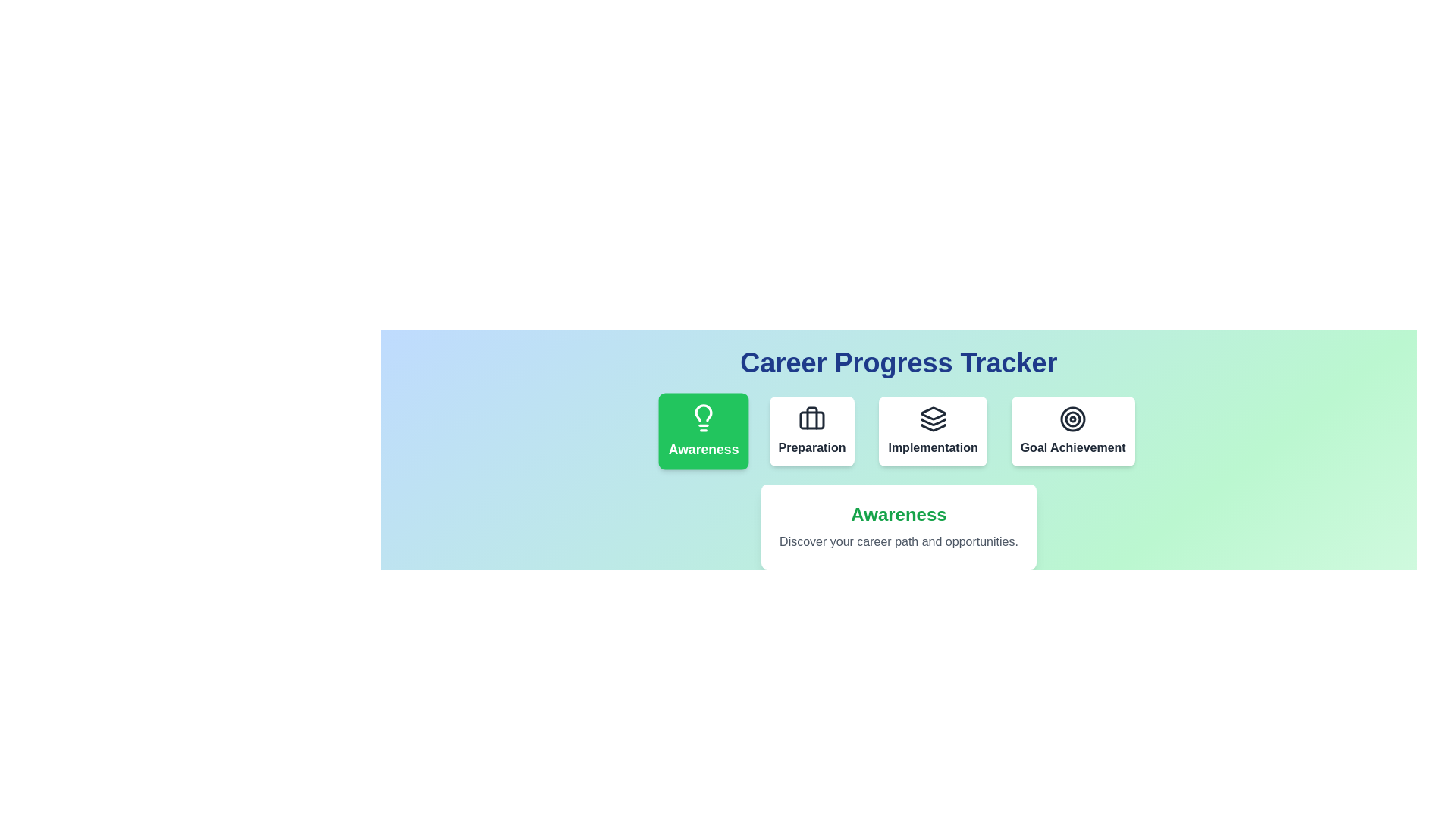 This screenshot has width=1456, height=819. Describe the element at coordinates (811, 431) in the screenshot. I see `the phase Preparation by clicking on its button` at that location.